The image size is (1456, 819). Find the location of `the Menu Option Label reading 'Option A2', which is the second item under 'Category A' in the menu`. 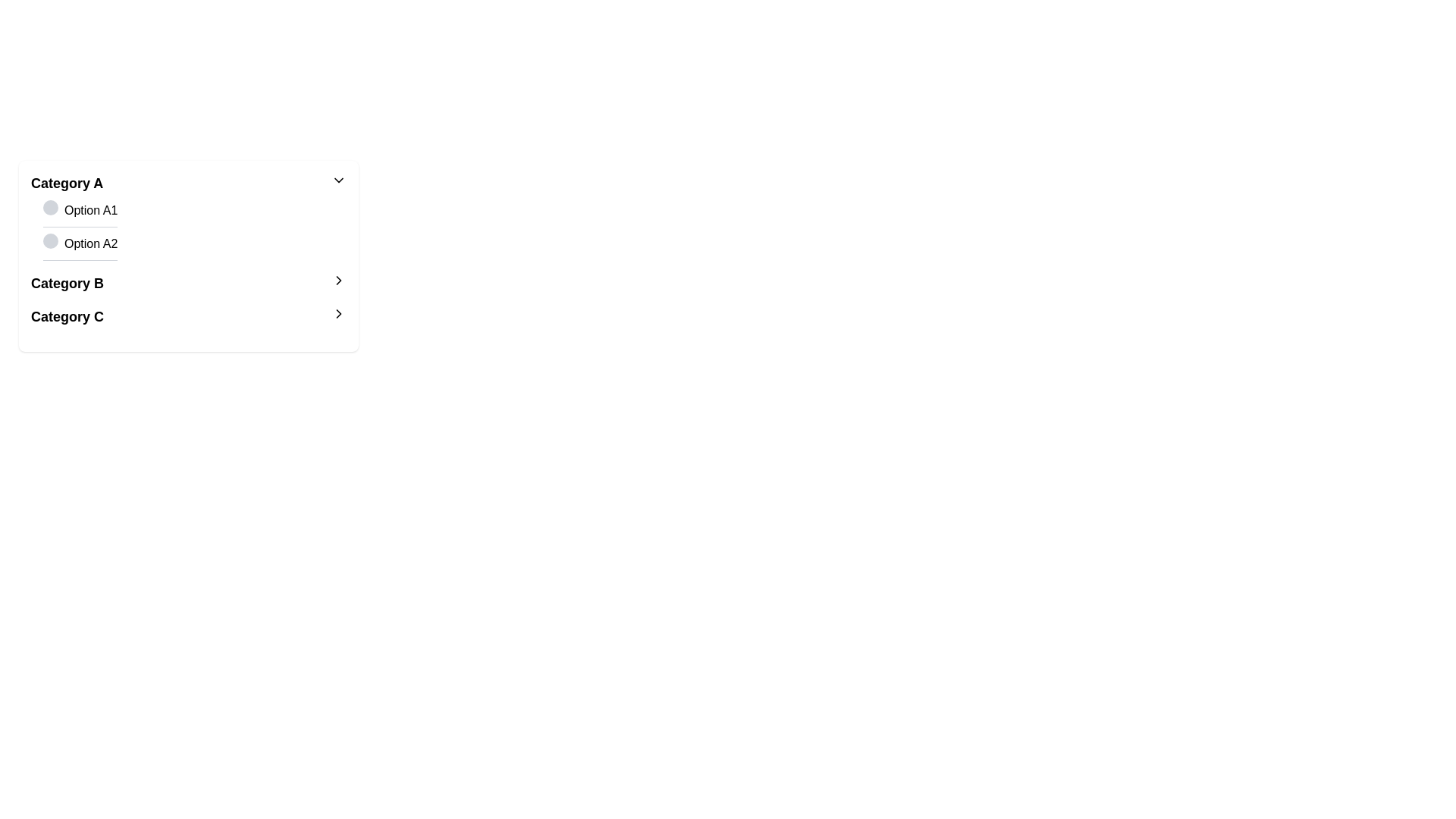

the Menu Option Label reading 'Option A2', which is the second item under 'Category A' in the menu is located at coordinates (90, 243).